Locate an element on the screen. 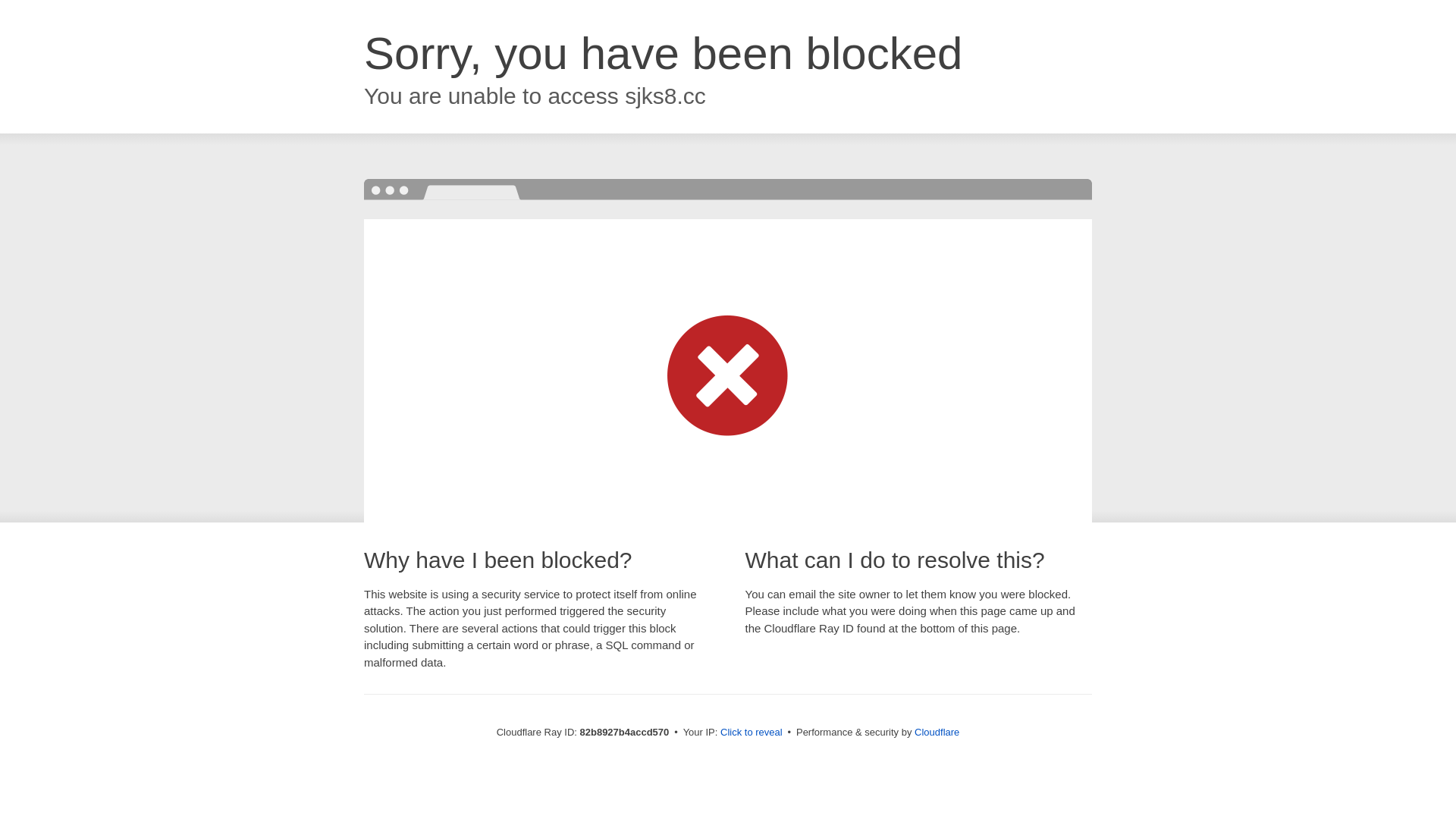 This screenshot has width=1456, height=819. 'Click to reveal' is located at coordinates (751, 731).